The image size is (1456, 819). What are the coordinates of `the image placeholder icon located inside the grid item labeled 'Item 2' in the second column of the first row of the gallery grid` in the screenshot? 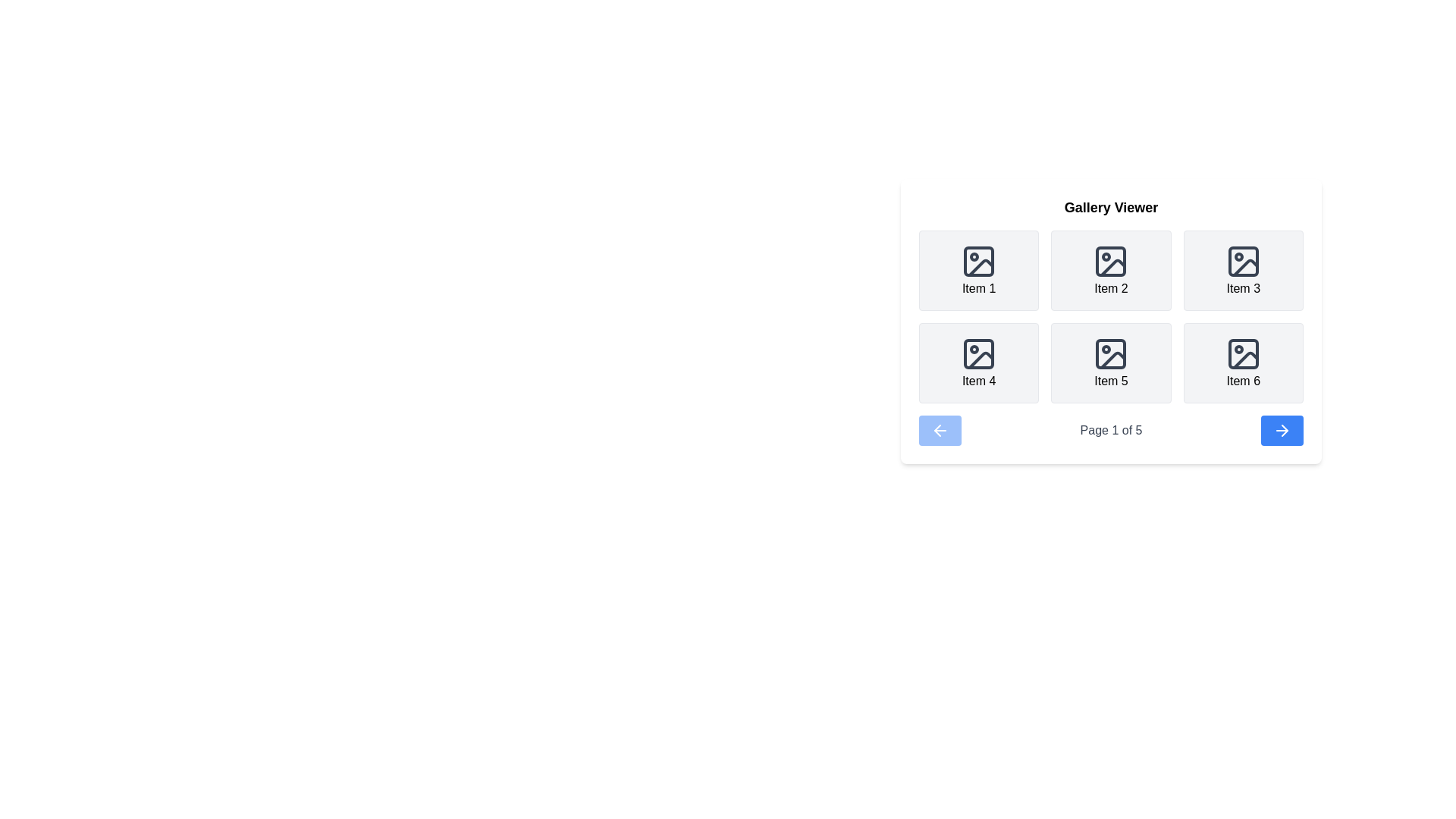 It's located at (1111, 260).